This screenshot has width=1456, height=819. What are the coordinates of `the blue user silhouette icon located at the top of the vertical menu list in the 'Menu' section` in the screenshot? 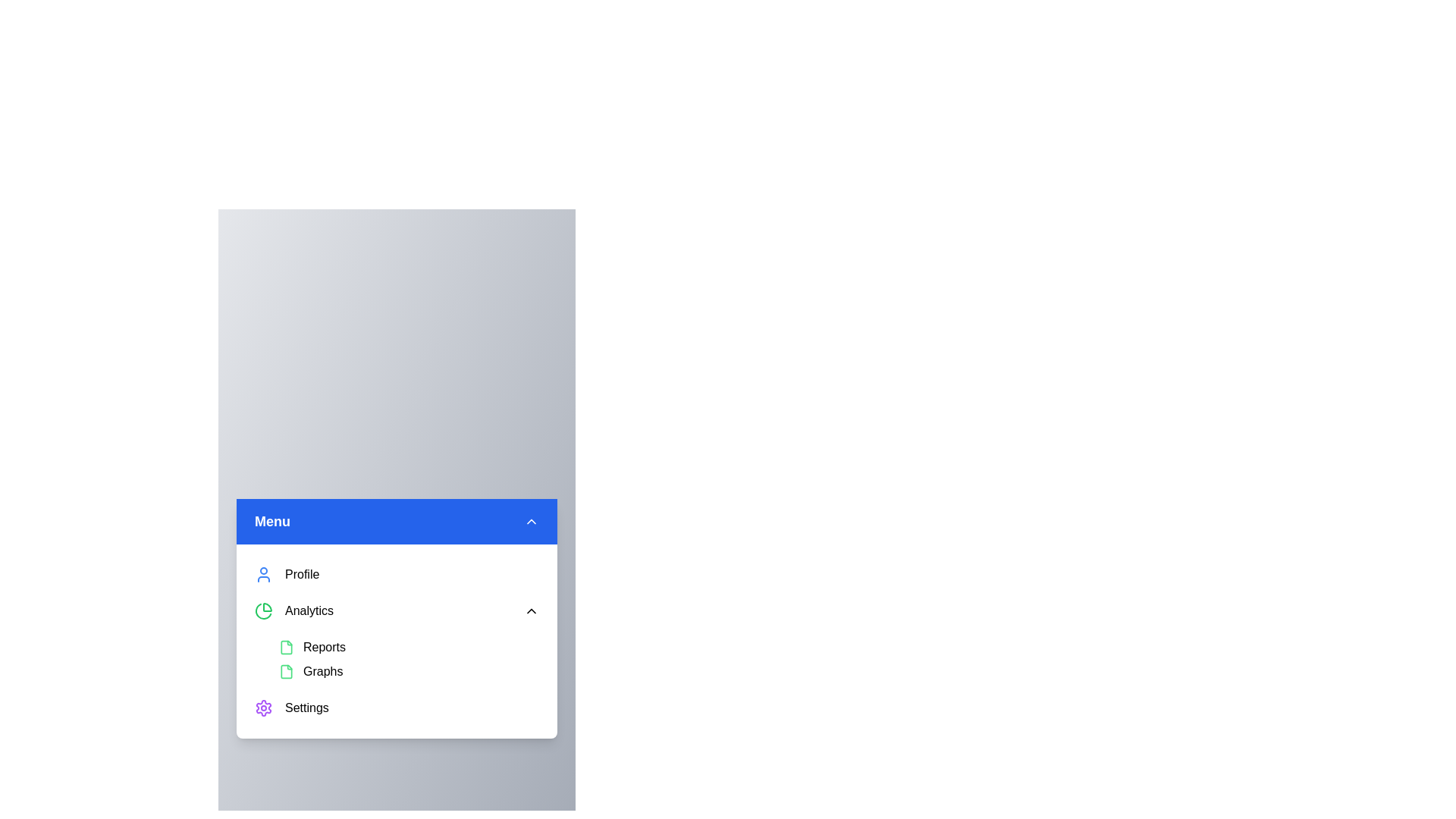 It's located at (263, 575).